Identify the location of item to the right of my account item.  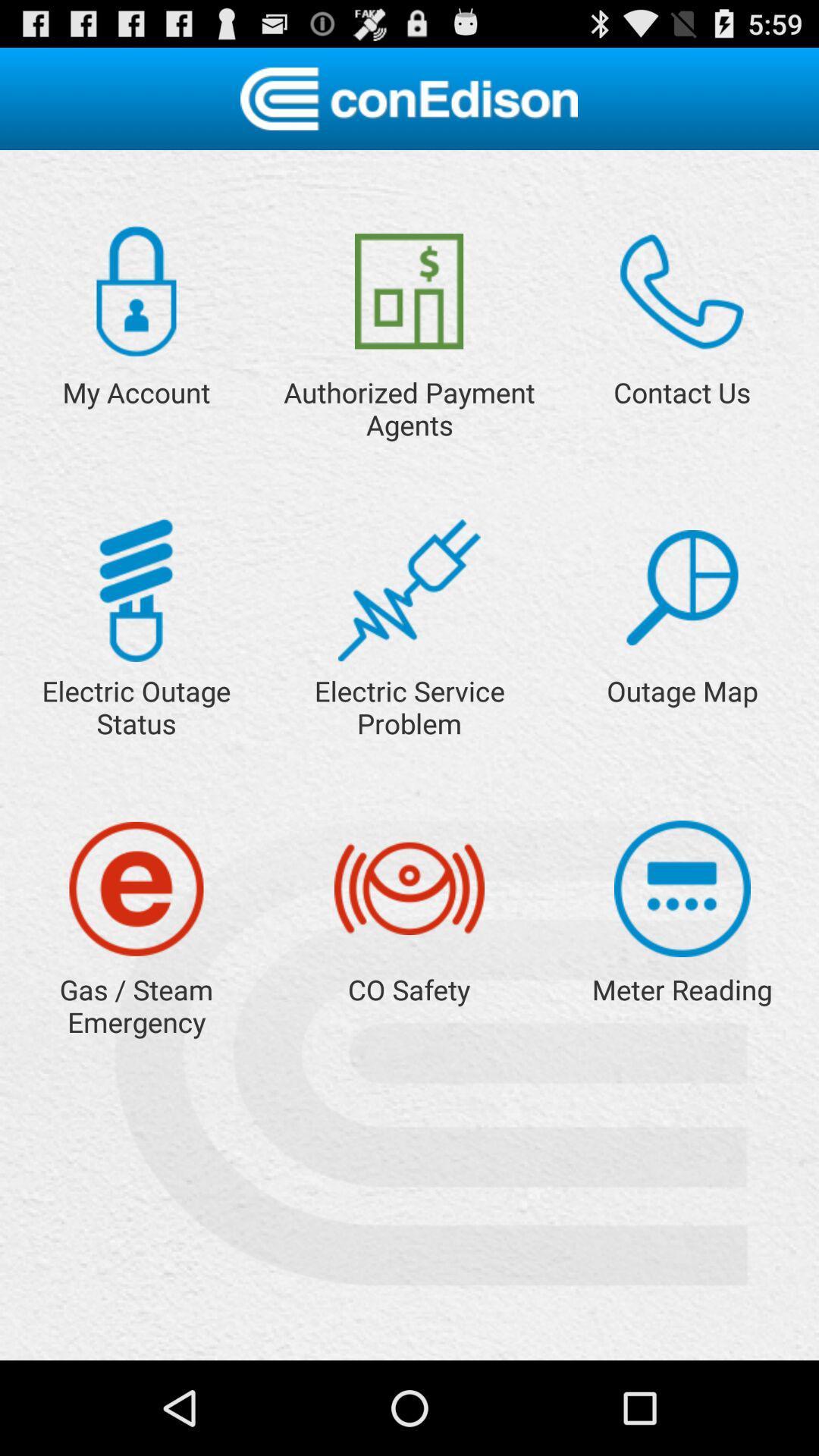
(408, 291).